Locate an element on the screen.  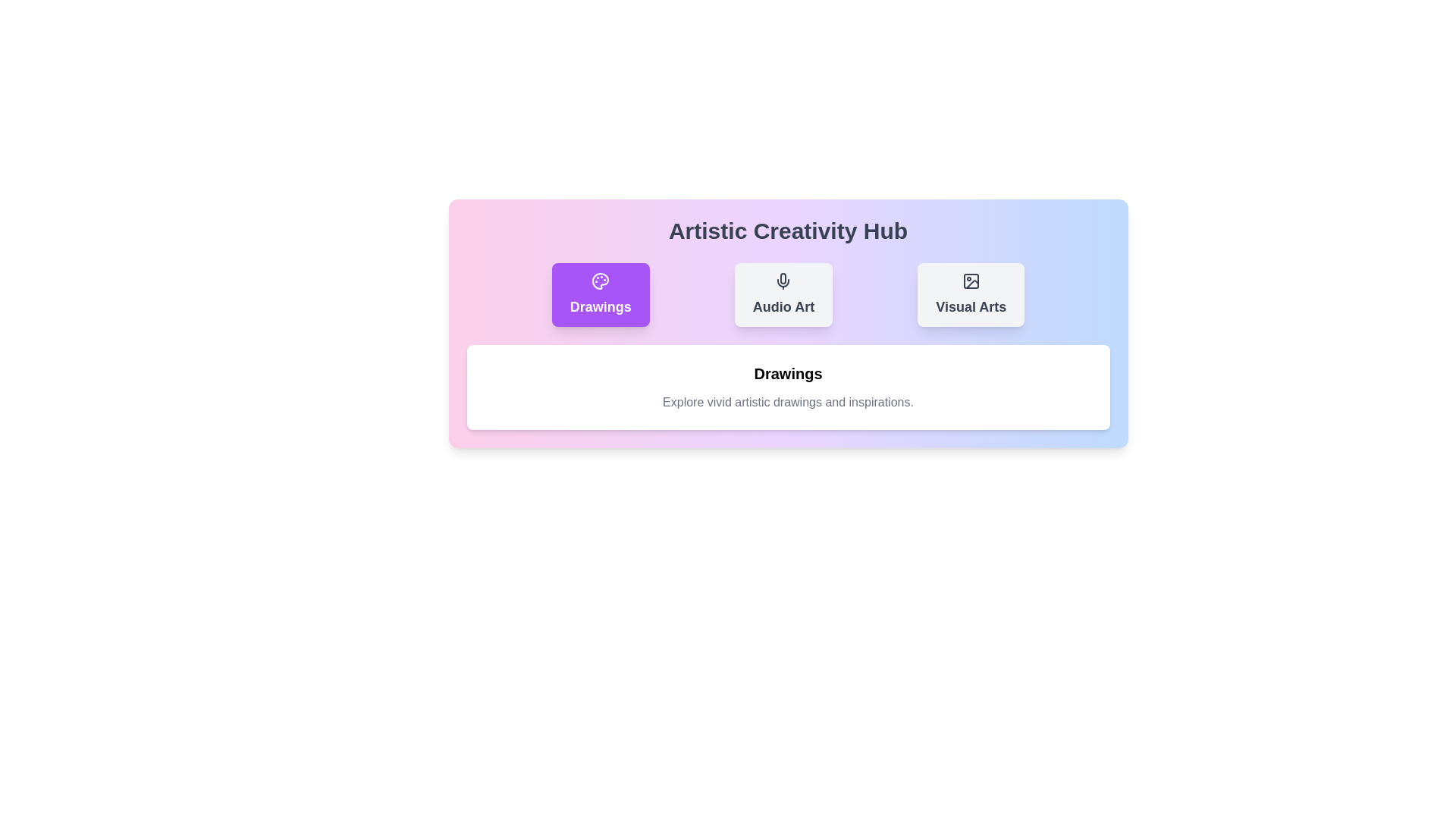
the button labeled Audio Art to observe its hover effect is located at coordinates (783, 295).